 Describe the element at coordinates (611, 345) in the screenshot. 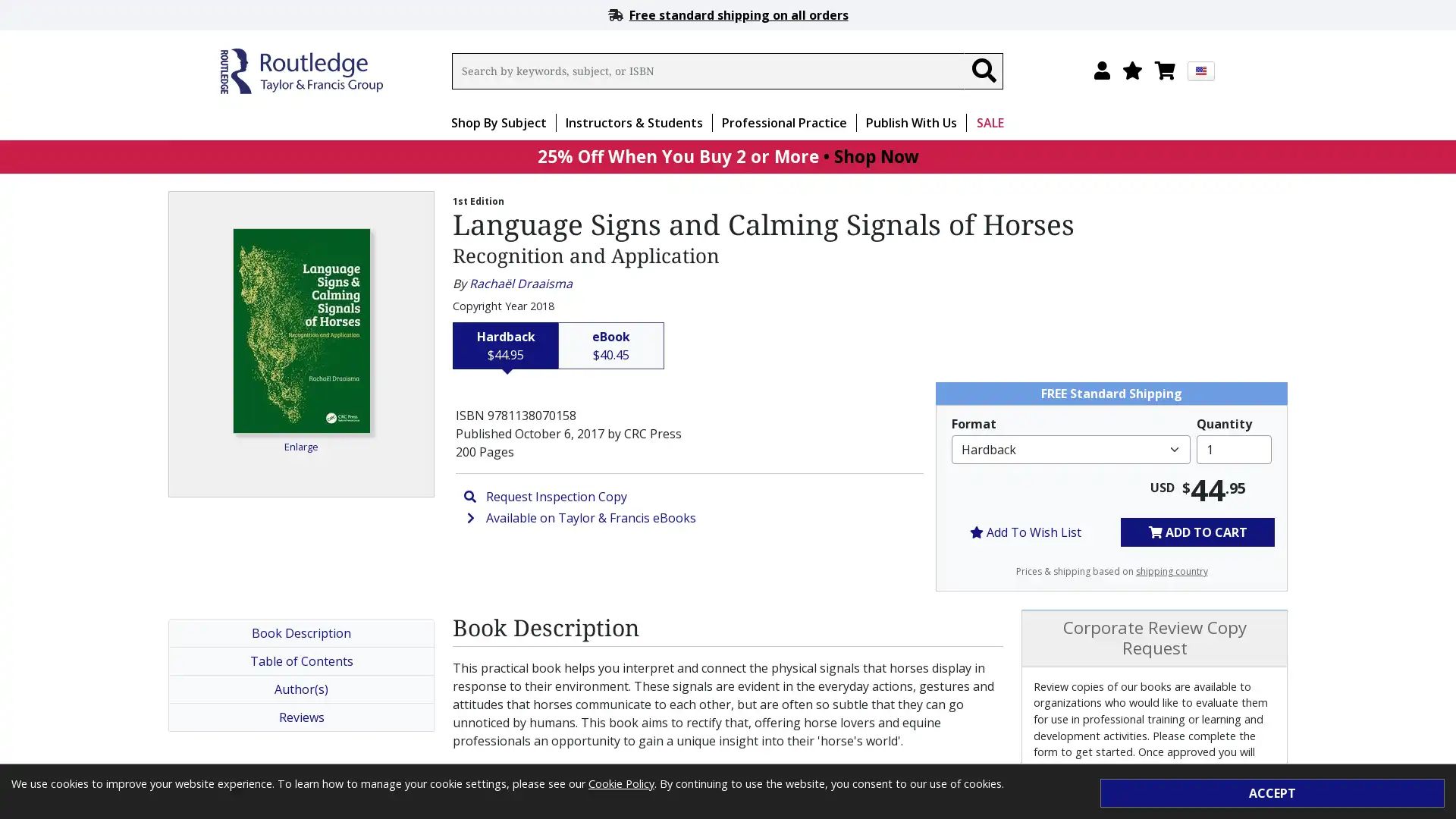

I see `eBook $40.45` at that location.